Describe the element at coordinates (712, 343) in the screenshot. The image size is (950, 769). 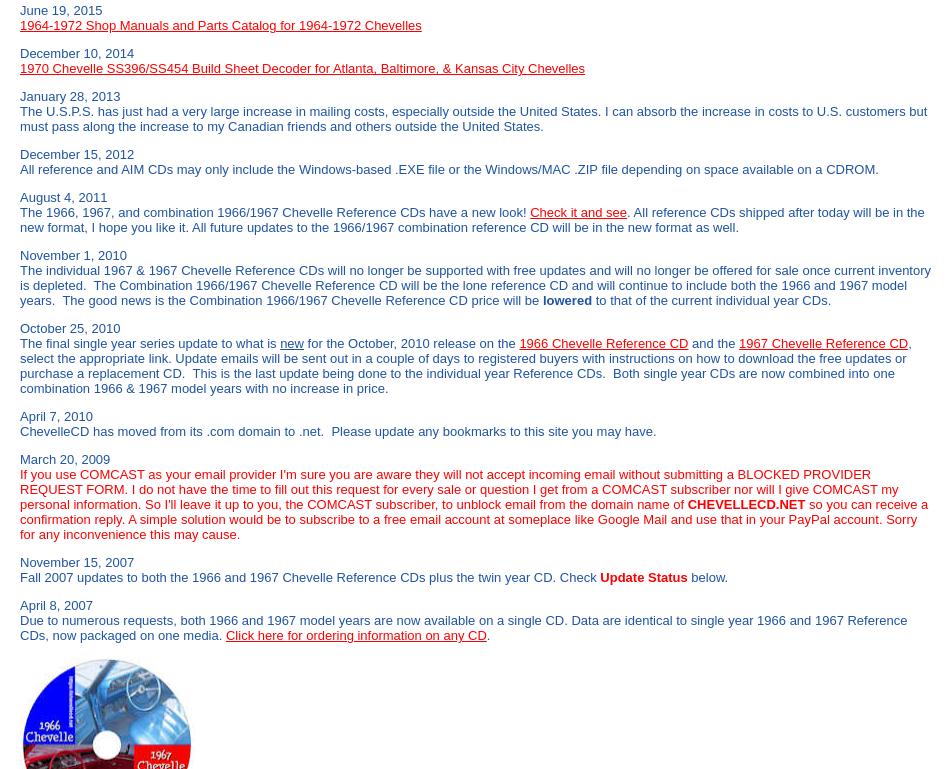
I see `'and the'` at that location.